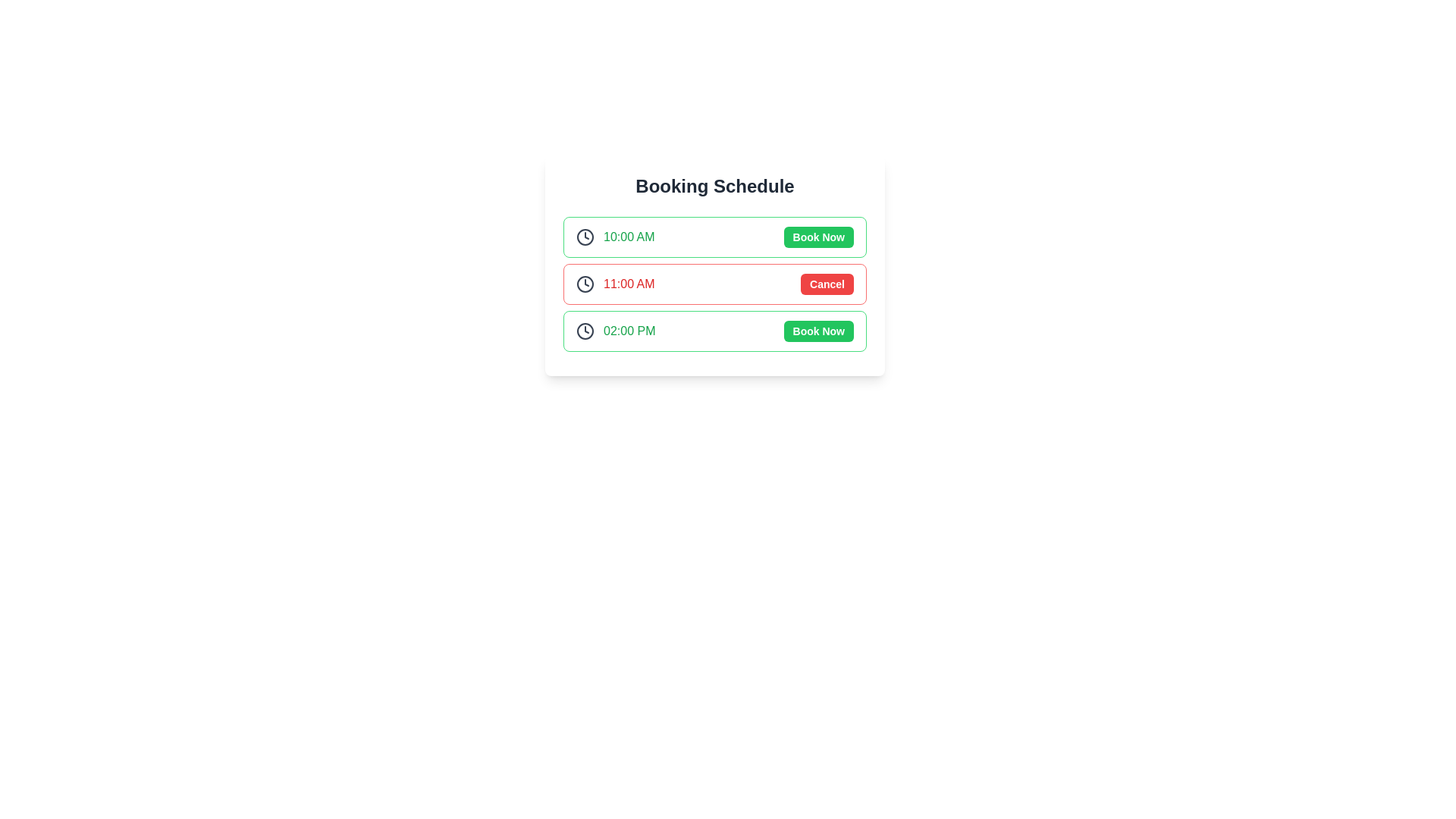 The image size is (1456, 819). Describe the element at coordinates (714, 330) in the screenshot. I see `the interactive appointment slot for '02:00 PM'` at that location.